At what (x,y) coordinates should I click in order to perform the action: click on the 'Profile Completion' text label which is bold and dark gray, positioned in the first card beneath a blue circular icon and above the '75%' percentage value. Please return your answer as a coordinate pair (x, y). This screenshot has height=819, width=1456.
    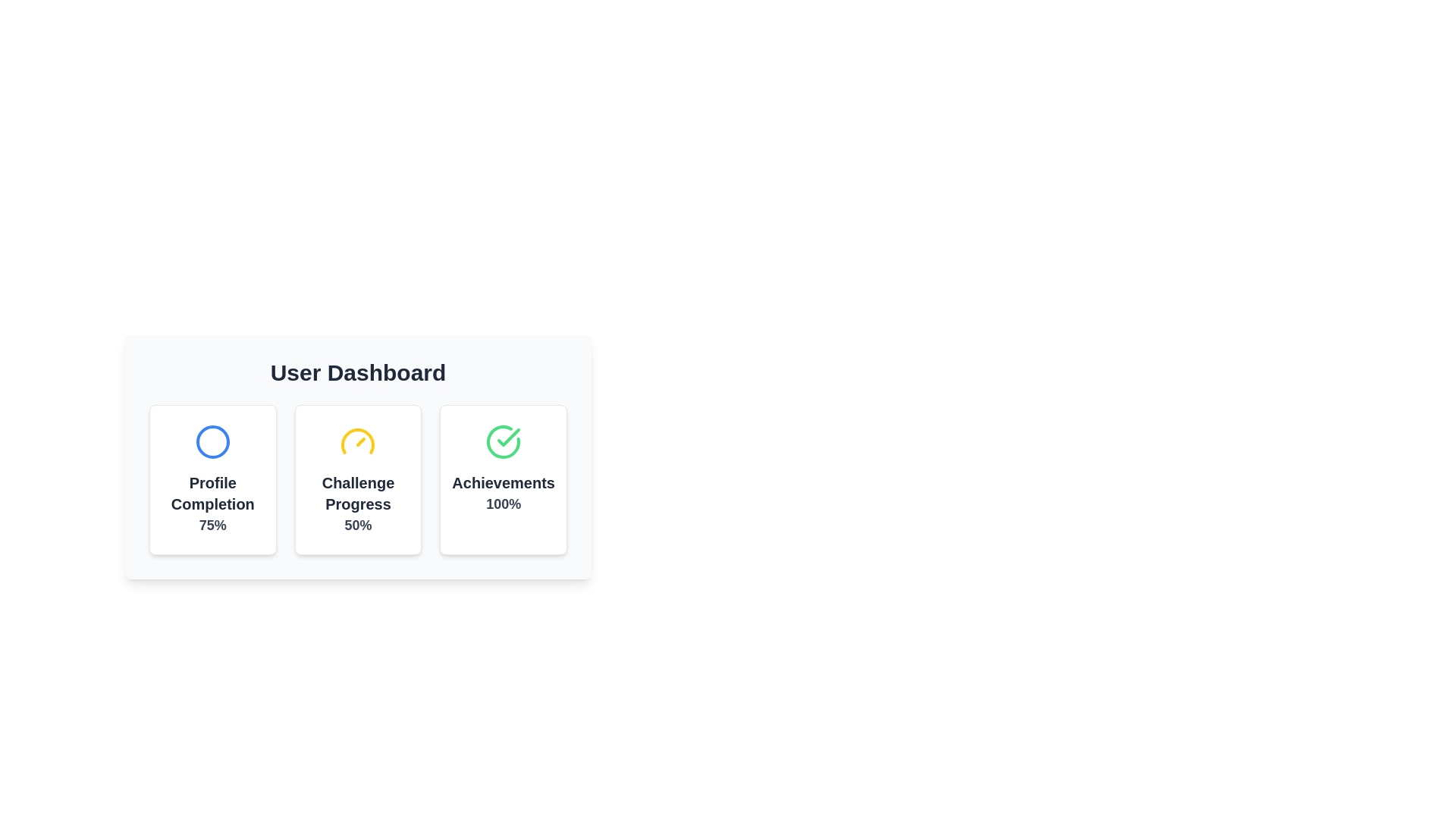
    Looking at the image, I should click on (212, 494).